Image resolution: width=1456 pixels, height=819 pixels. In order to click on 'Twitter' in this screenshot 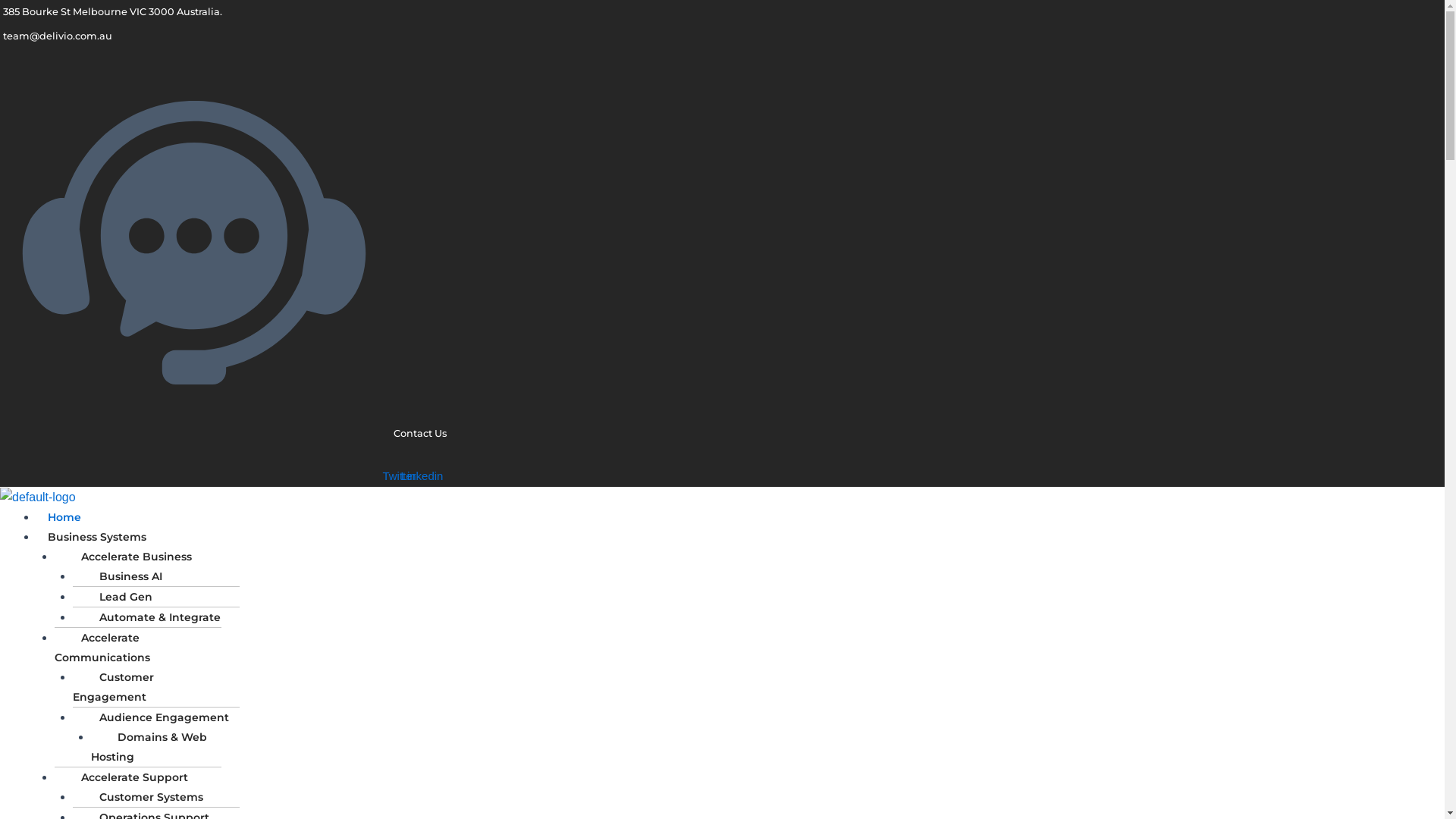, I will do `click(400, 475)`.